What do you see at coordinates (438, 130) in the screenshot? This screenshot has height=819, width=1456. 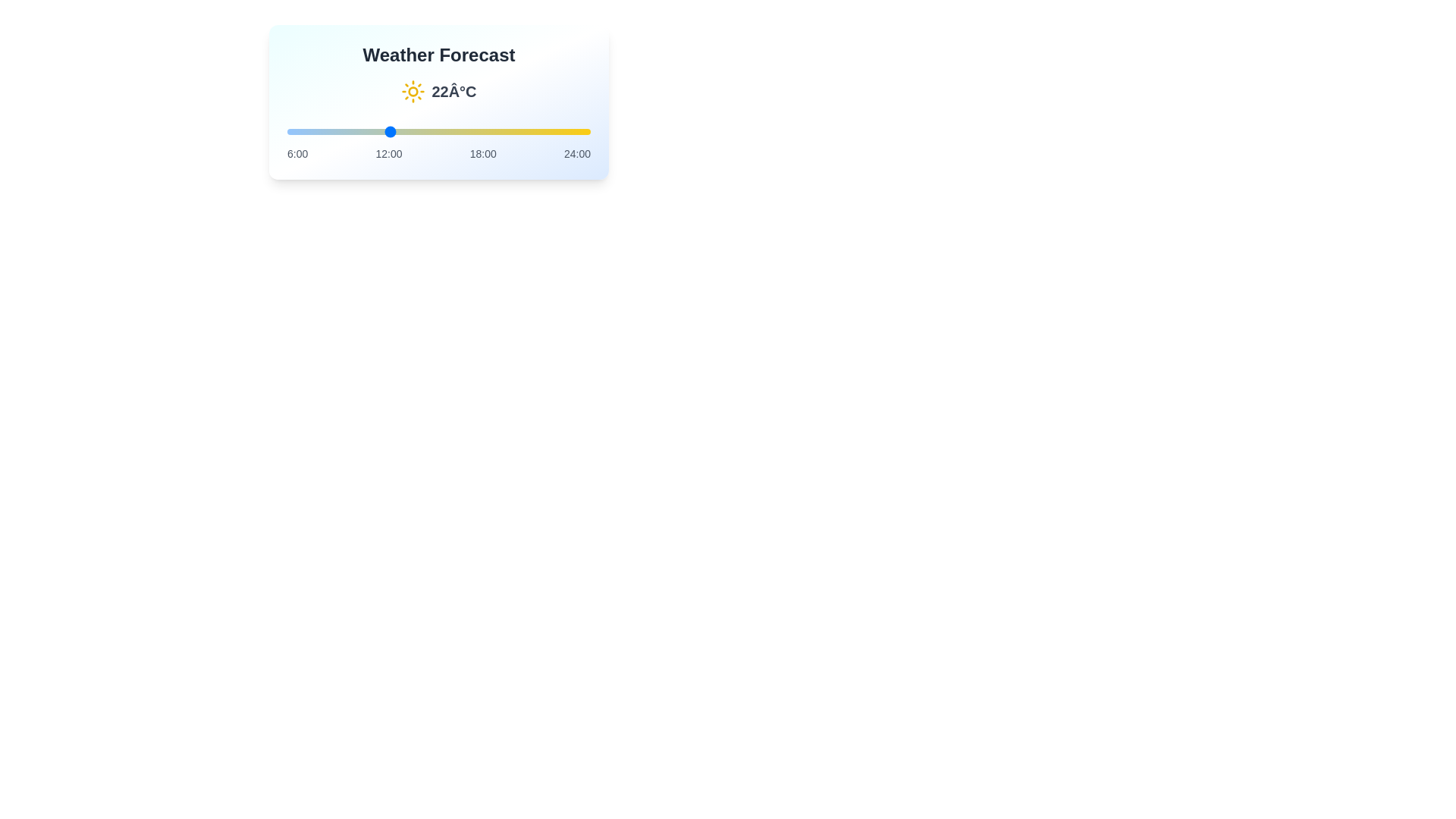 I see `the slider handle to interact with the time labels` at bounding box center [438, 130].